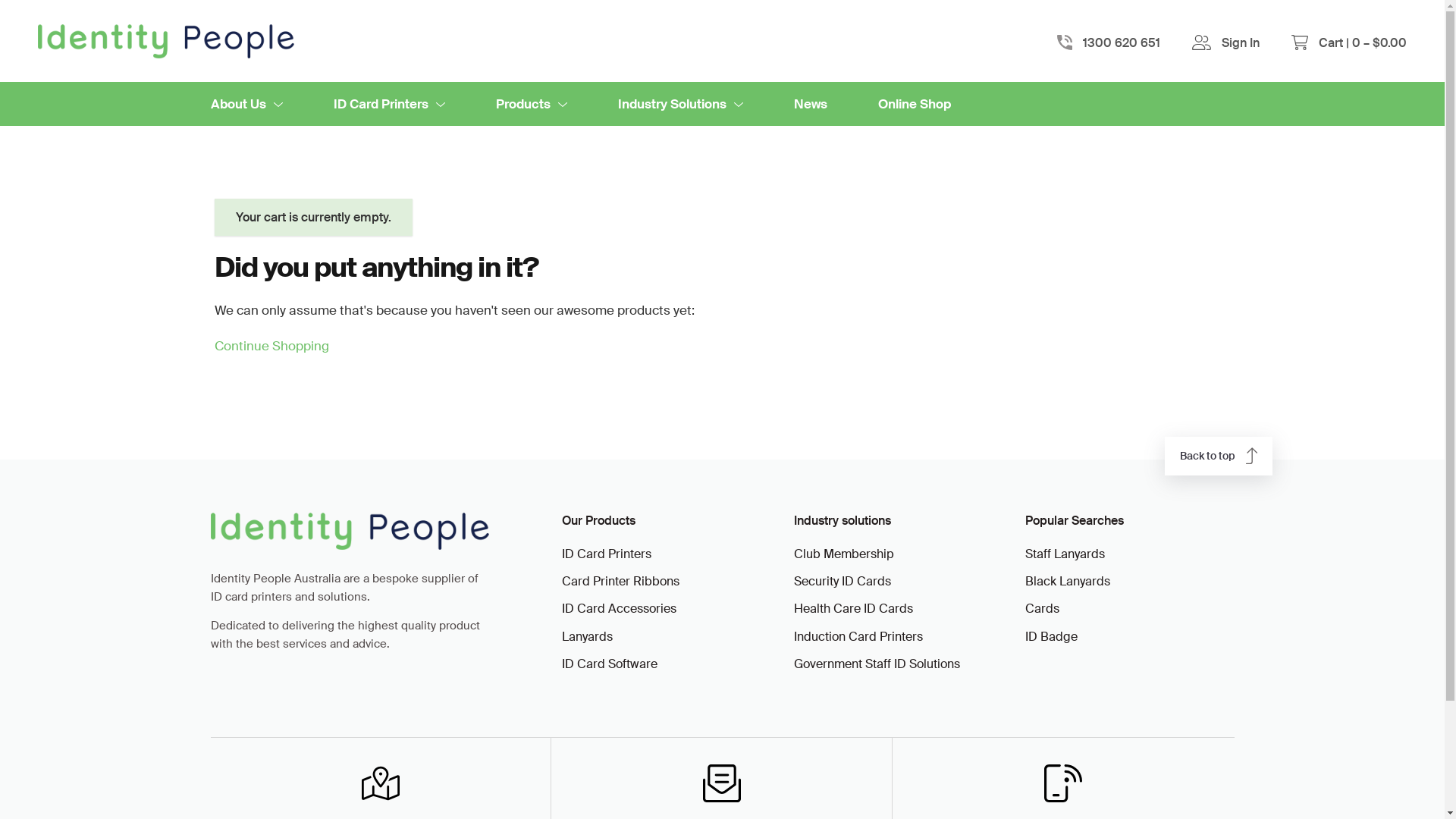 This screenshot has height=819, width=1456. Describe the element at coordinates (662, 607) in the screenshot. I see `'ID Card Accessories'` at that location.